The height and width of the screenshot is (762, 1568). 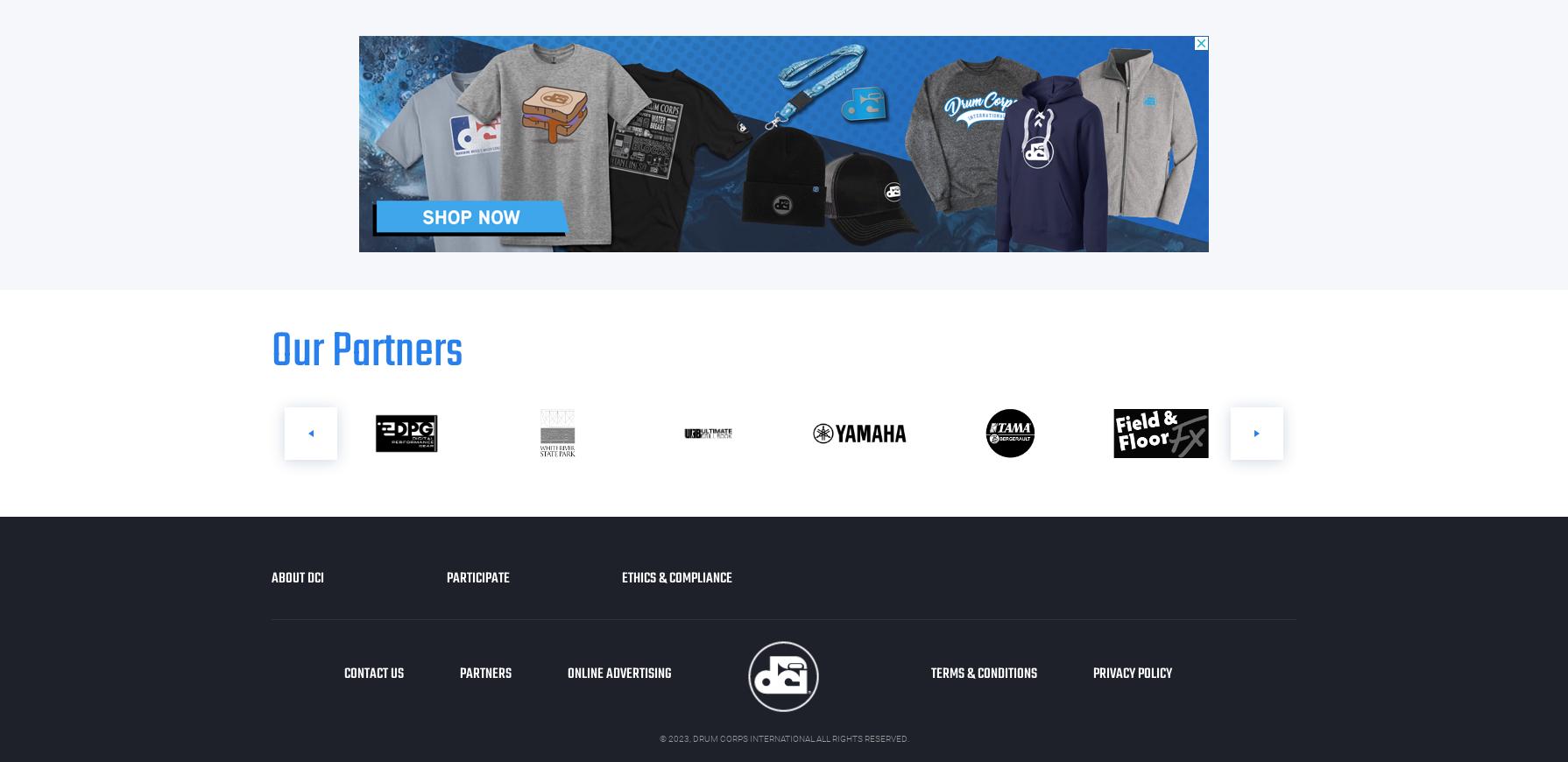 I want to click on 'PARTNERS', so click(x=484, y=674).